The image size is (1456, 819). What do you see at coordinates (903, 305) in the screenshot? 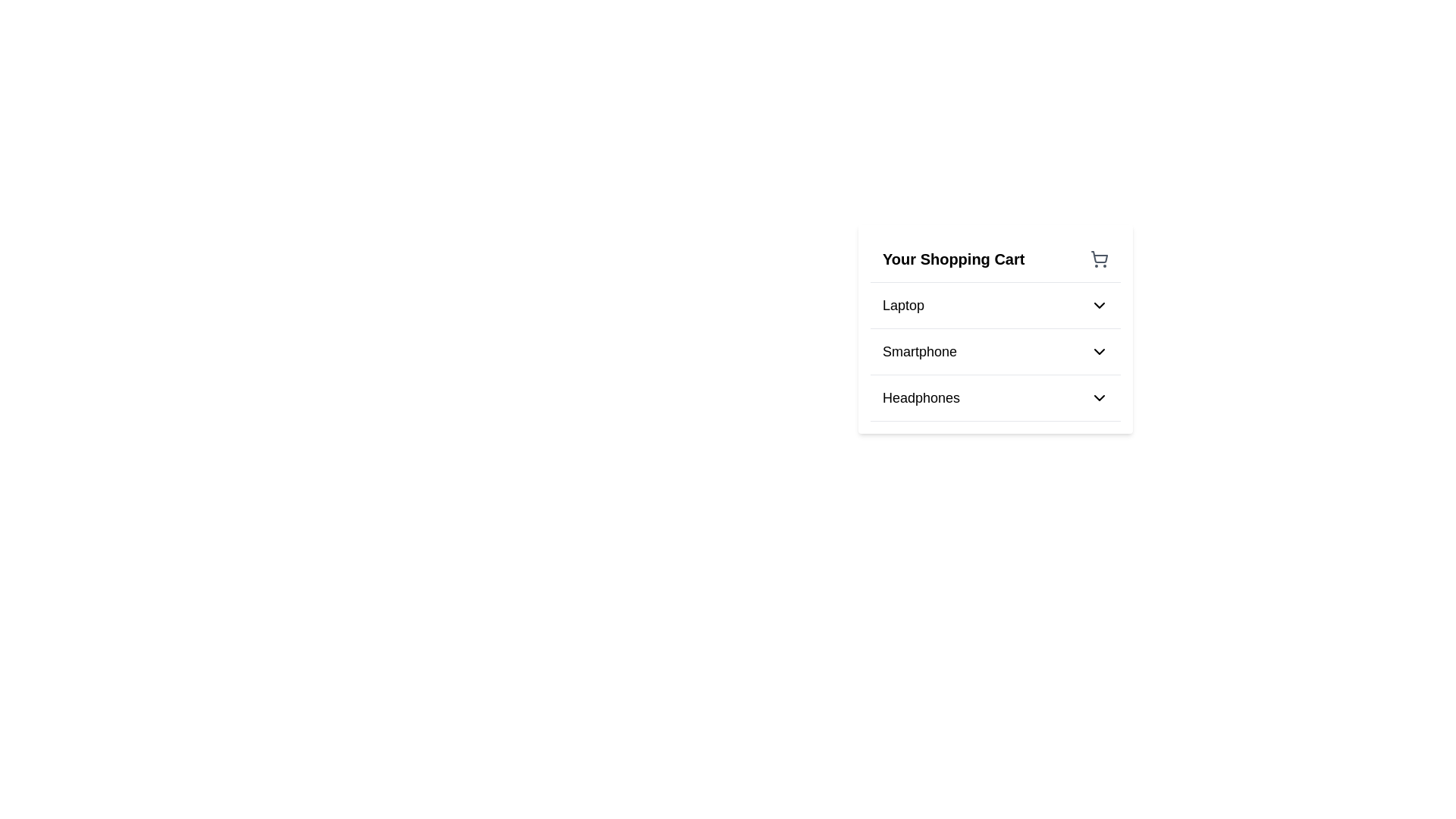
I see `the text label reading 'Laptop', which is styled in bold and larger font as the first item in the list beneath 'Your Shopping Cart'` at bounding box center [903, 305].